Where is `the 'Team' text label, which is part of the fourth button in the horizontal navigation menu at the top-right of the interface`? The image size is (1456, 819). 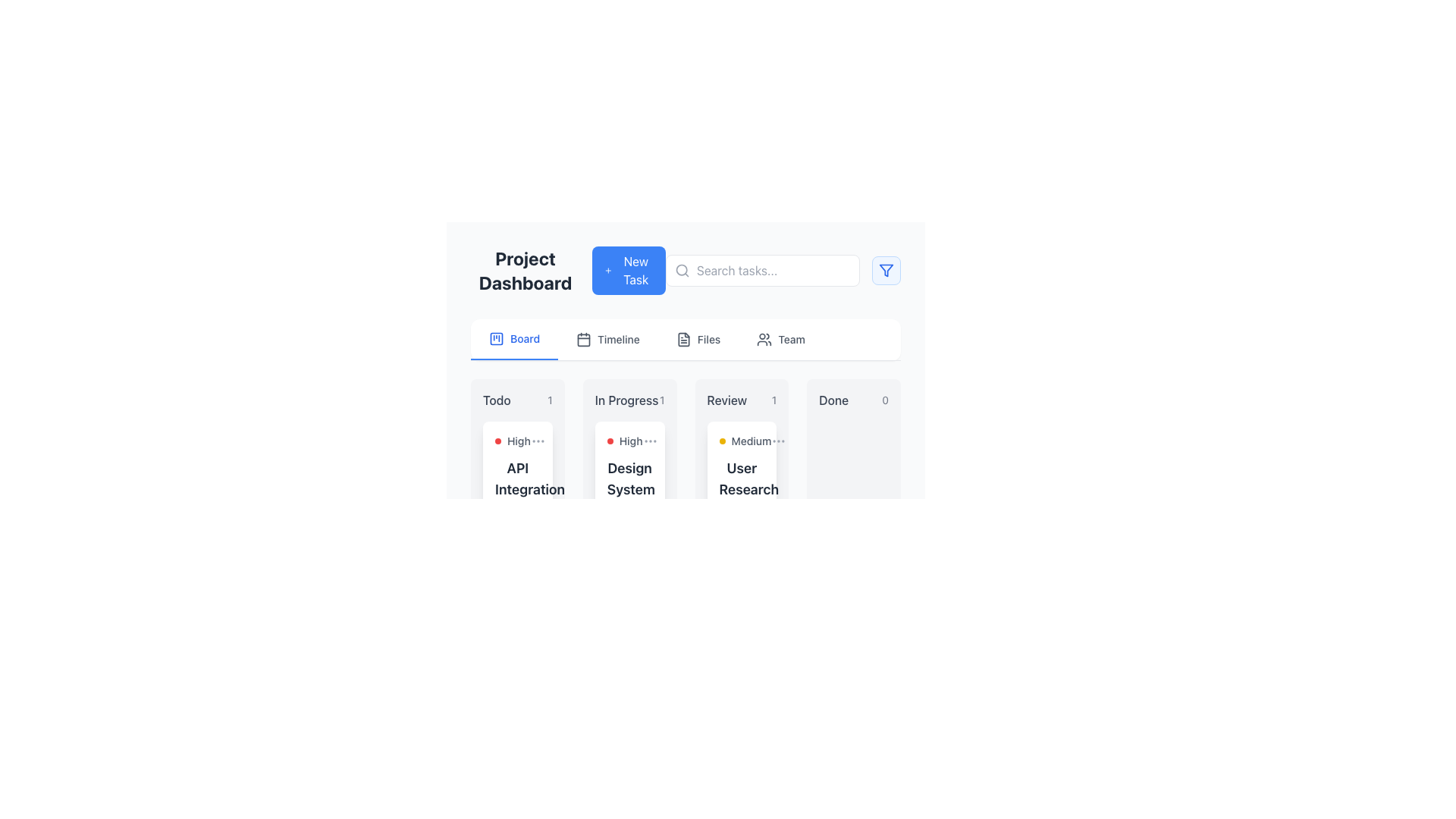
the 'Team' text label, which is part of the fourth button in the horizontal navigation menu at the top-right of the interface is located at coordinates (791, 338).